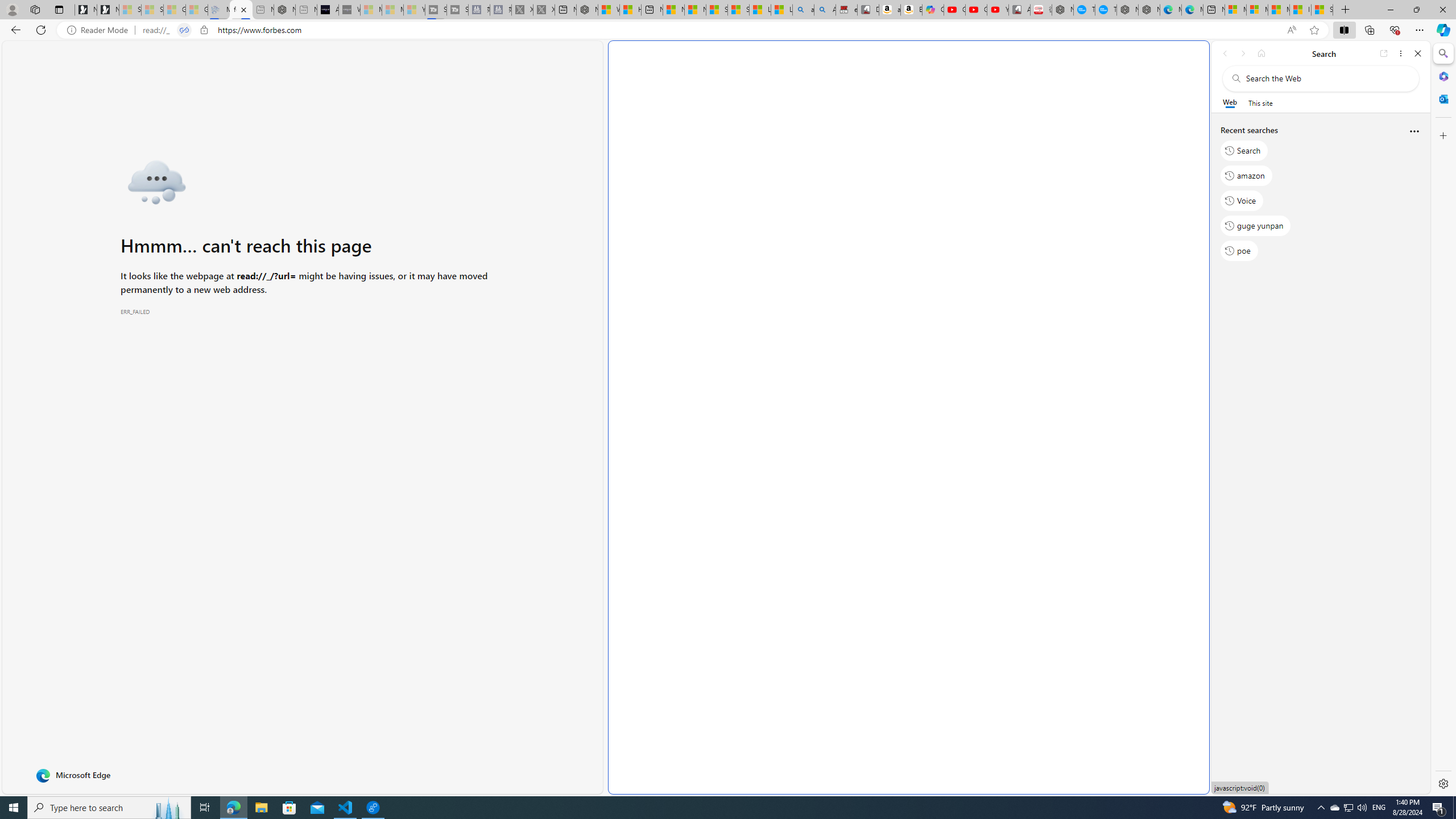  I want to click on 'Copilot', so click(932, 9).